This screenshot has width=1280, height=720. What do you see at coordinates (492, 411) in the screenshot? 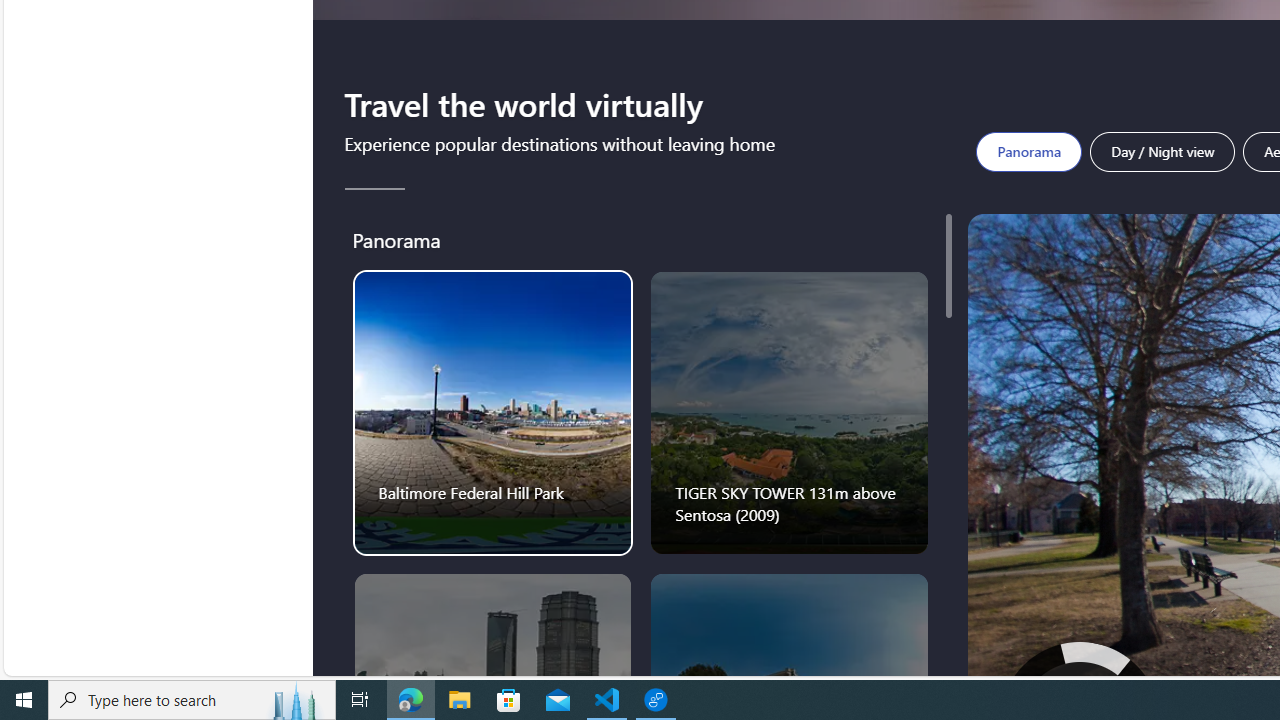
I see `'Baltimore Federal Hill Park'` at bounding box center [492, 411].